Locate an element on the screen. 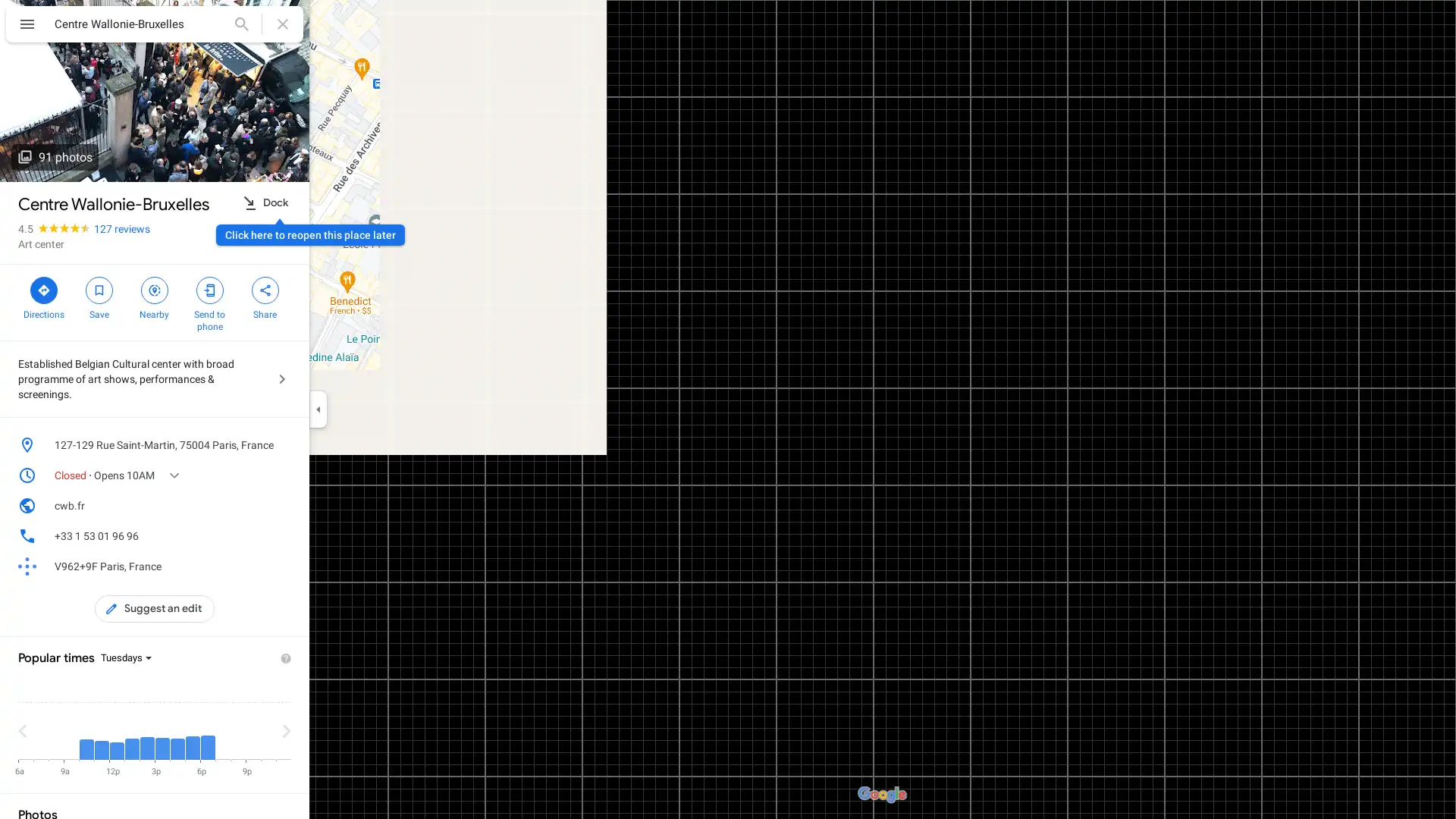  Copy website is located at coordinates (284, 506).